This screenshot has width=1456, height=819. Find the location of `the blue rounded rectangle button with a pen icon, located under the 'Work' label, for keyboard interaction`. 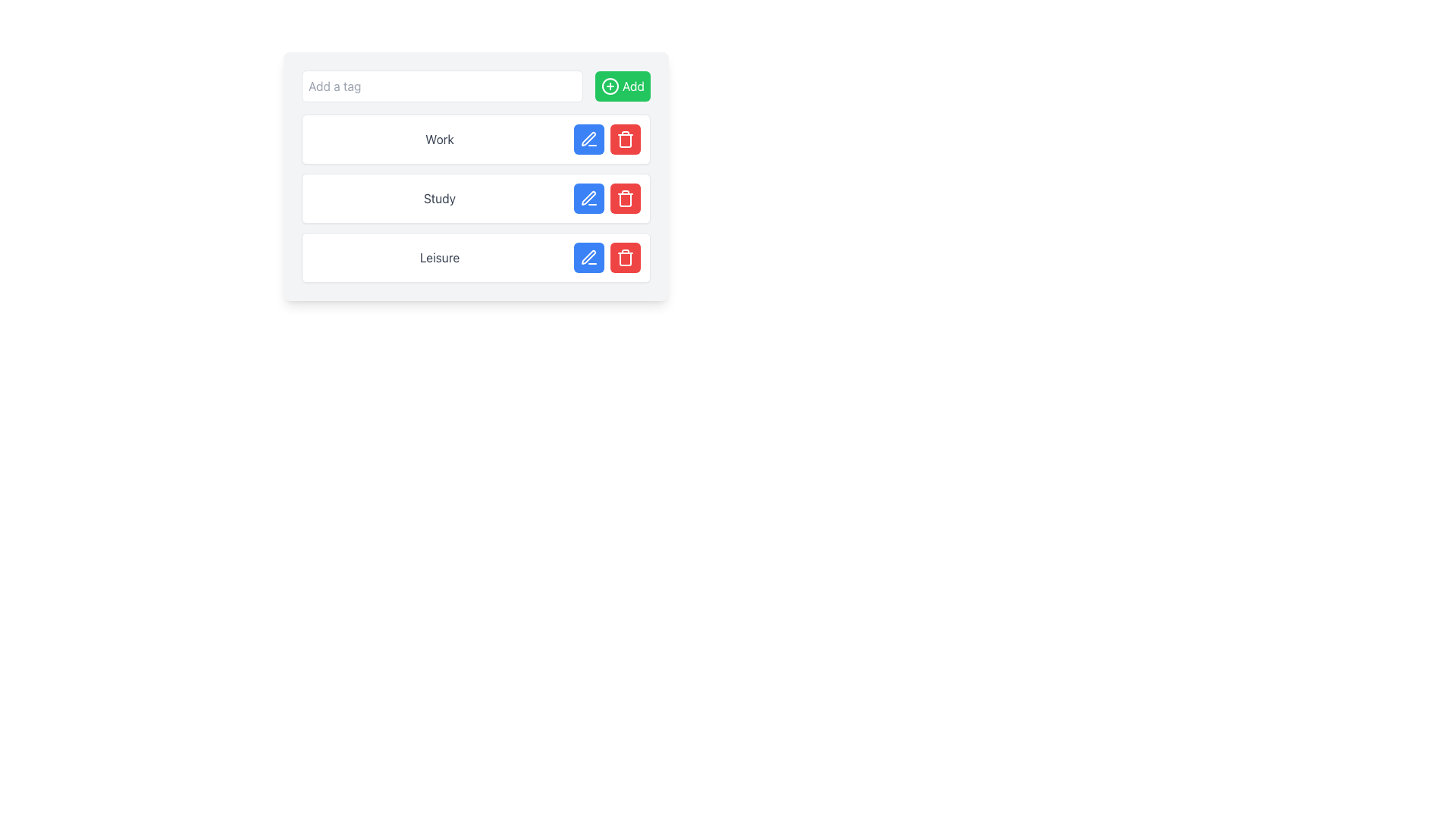

the blue rounded rectangle button with a pen icon, located under the 'Work' label, for keyboard interaction is located at coordinates (588, 140).